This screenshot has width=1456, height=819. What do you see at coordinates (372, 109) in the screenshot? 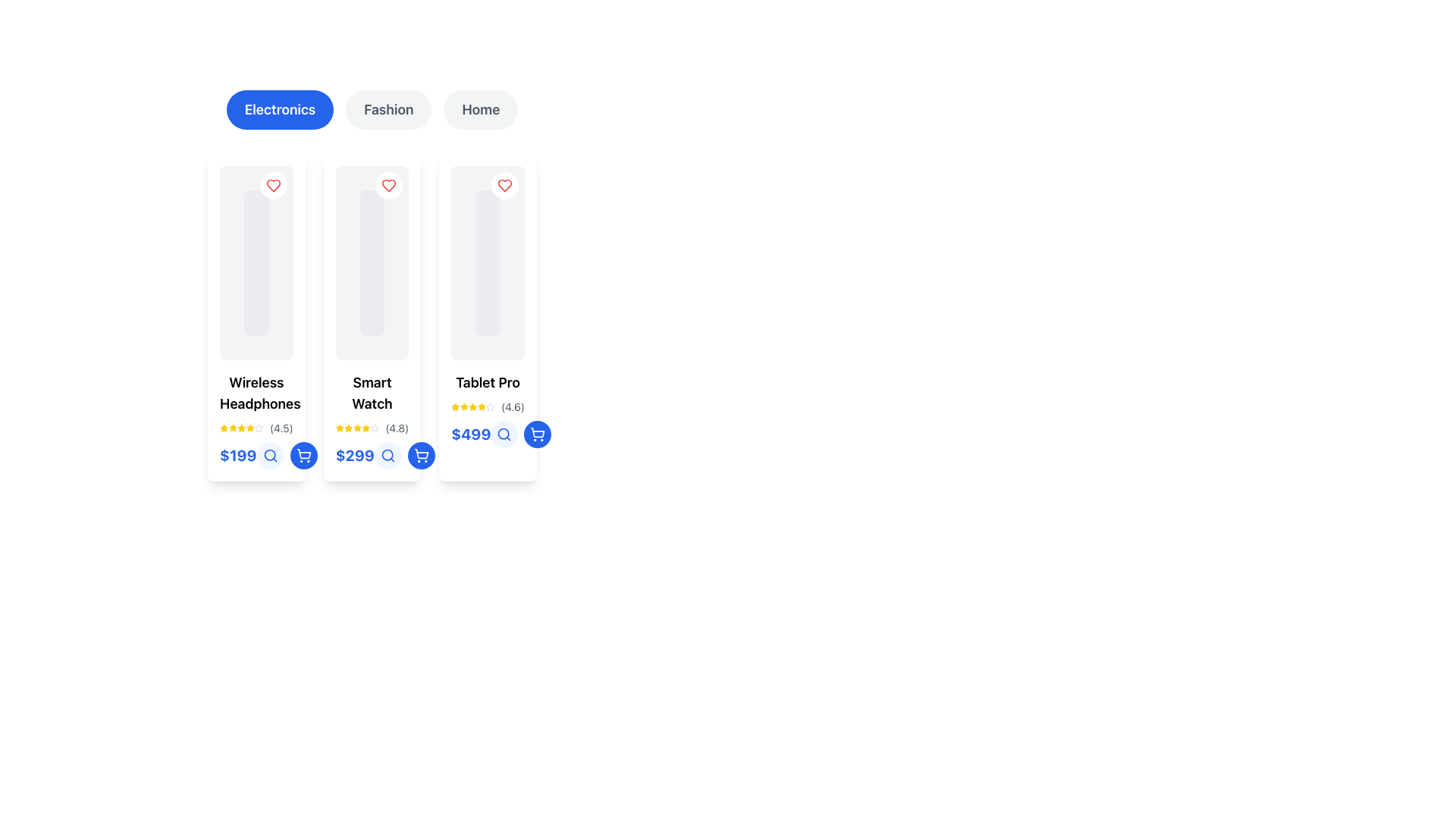
I see `the middle button labeled 'Fashion' in the horizontal menu bar` at bounding box center [372, 109].